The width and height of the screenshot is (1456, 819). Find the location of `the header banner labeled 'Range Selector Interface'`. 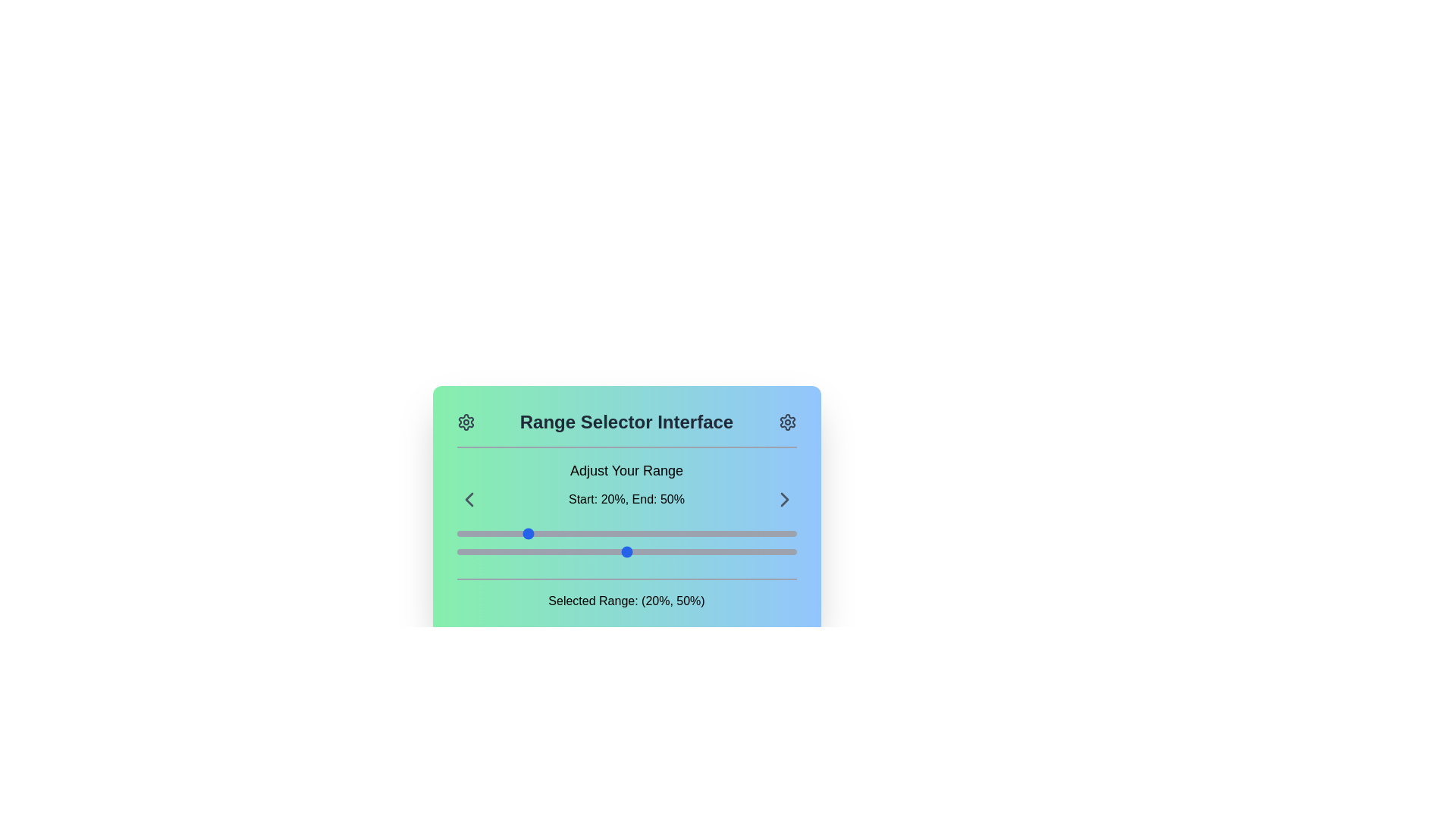

the header banner labeled 'Range Selector Interface' is located at coordinates (626, 429).